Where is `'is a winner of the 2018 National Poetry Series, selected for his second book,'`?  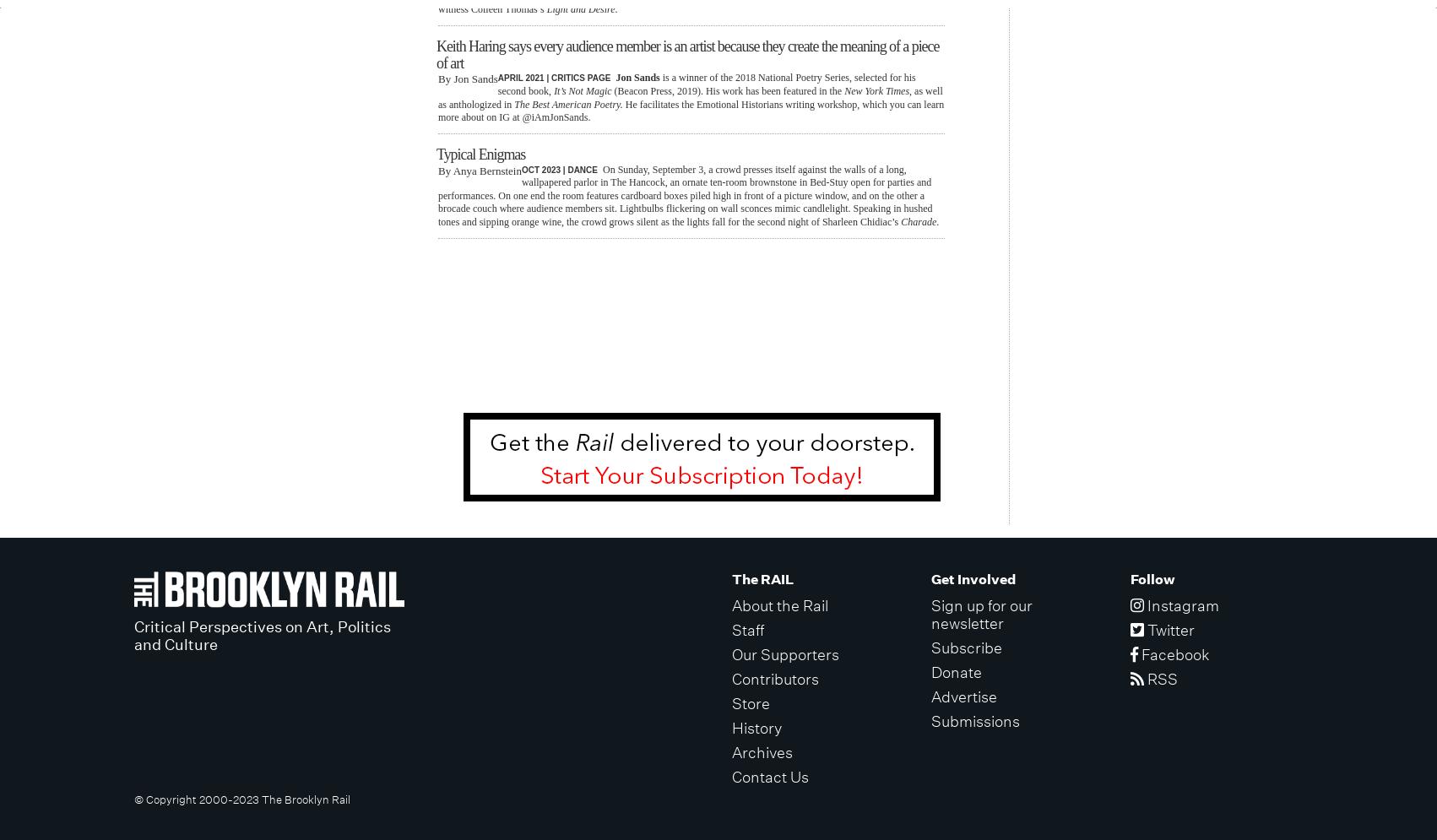
'is a winner of the 2018 National Poetry Series, selected for his second book,' is located at coordinates (705, 84).